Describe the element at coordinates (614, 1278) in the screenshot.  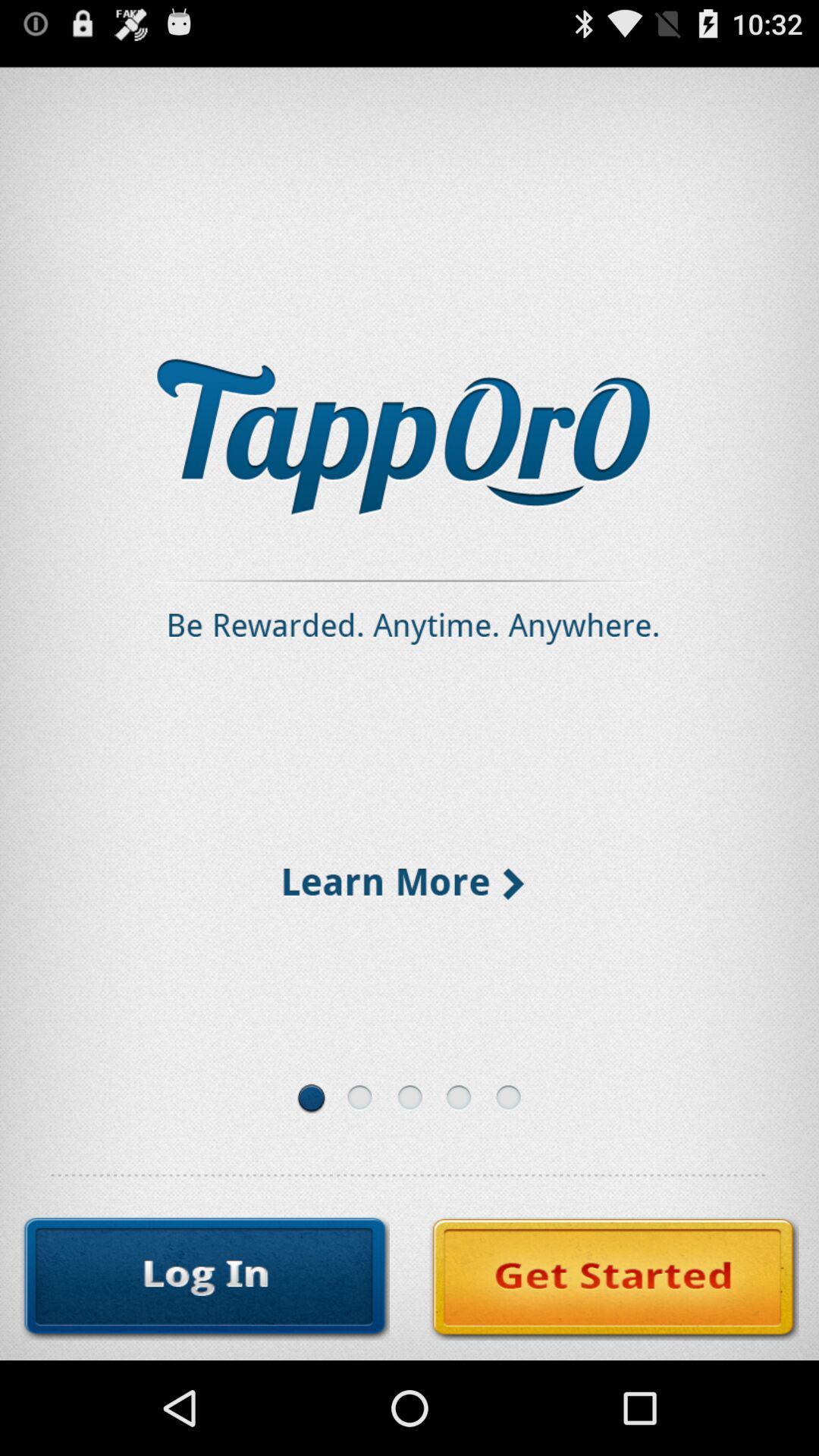
I see `make a new account` at that location.